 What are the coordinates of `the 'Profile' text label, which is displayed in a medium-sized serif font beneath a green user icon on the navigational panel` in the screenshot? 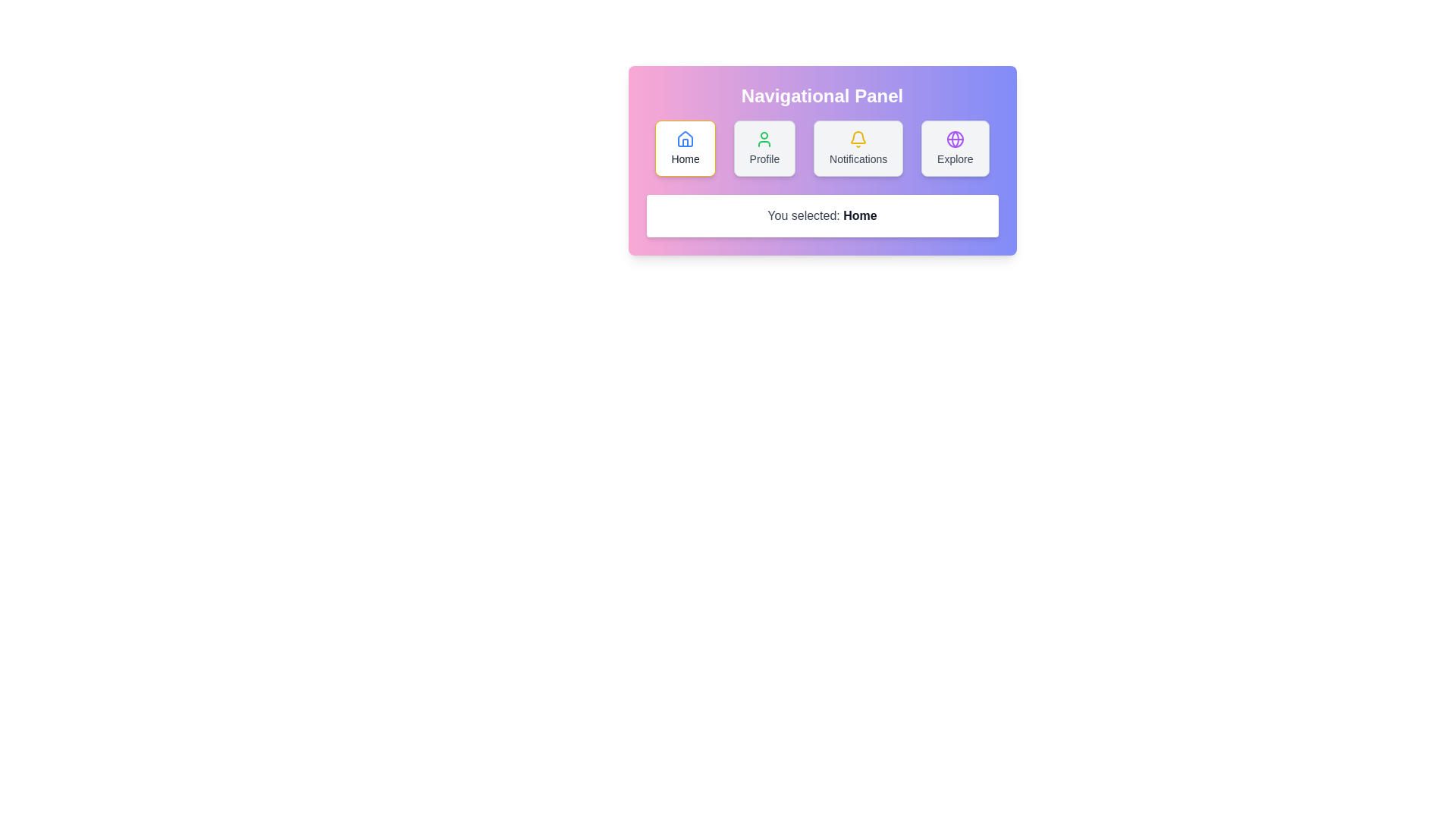 It's located at (764, 158).